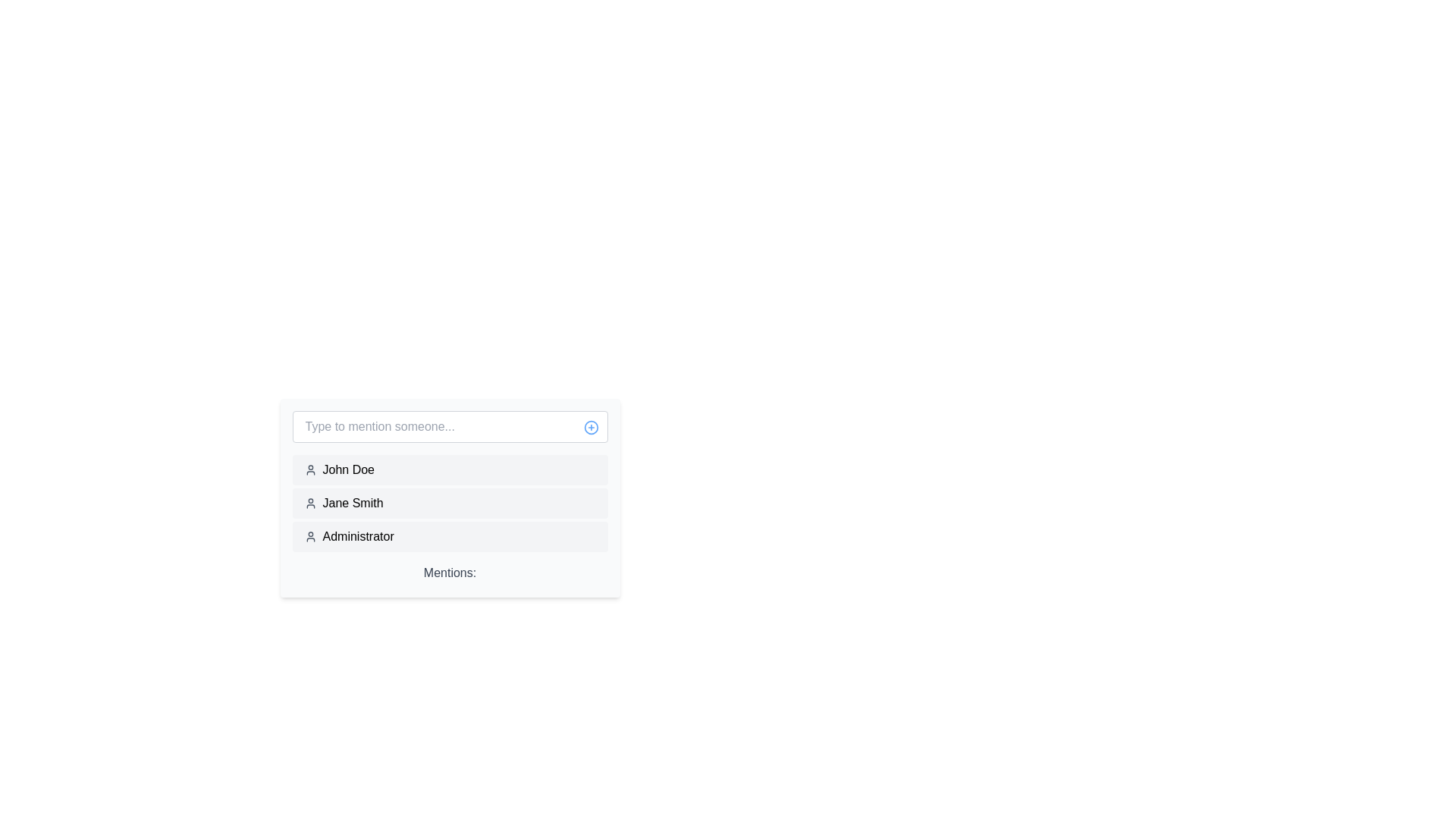  Describe the element at coordinates (590, 427) in the screenshot. I see `the circular SVG element located at the upper-right side of the interface, which serves as part of a button or interactive graphic` at that location.